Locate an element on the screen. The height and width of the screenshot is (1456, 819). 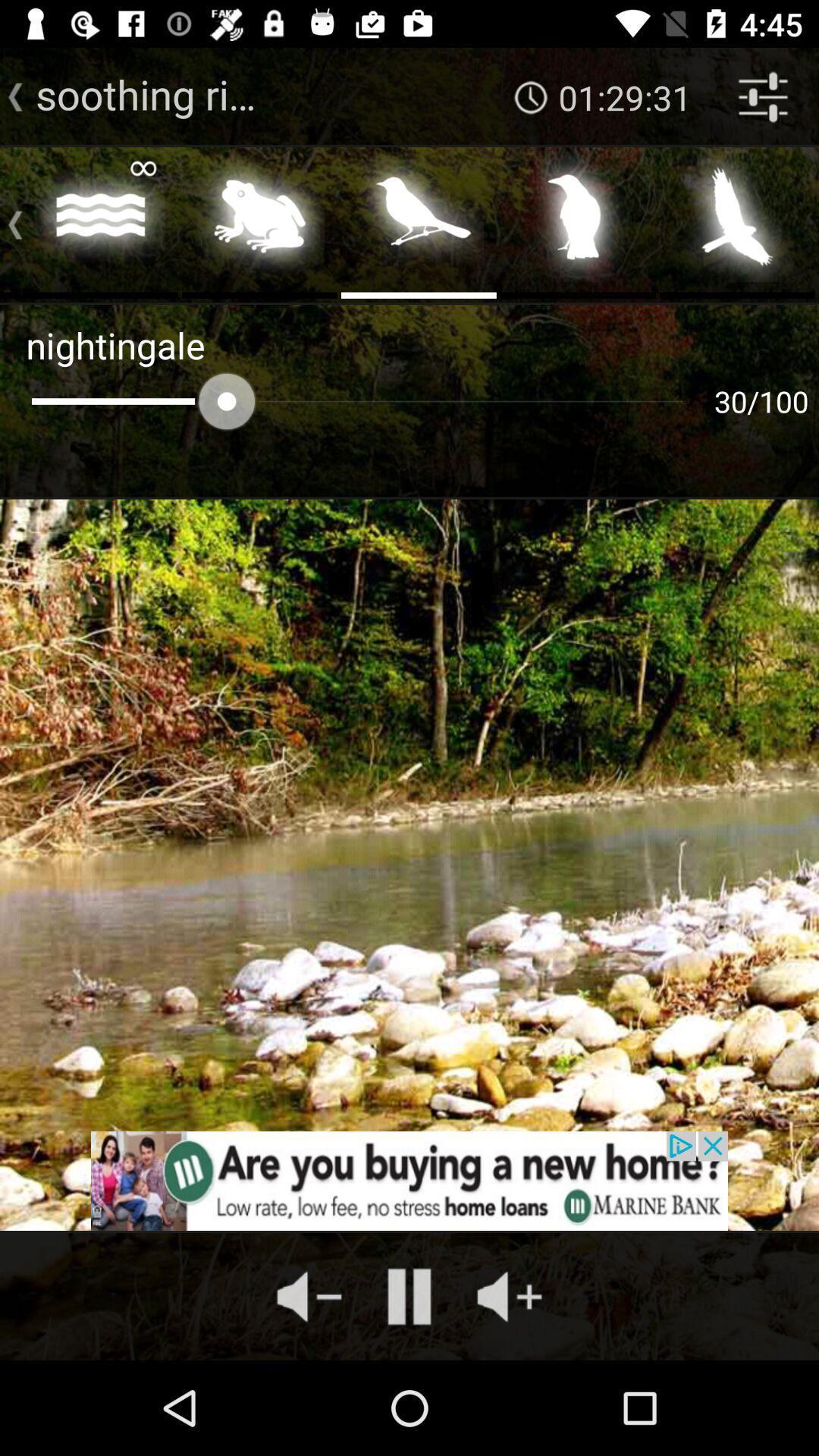
advertisement click is located at coordinates (409, 1180).